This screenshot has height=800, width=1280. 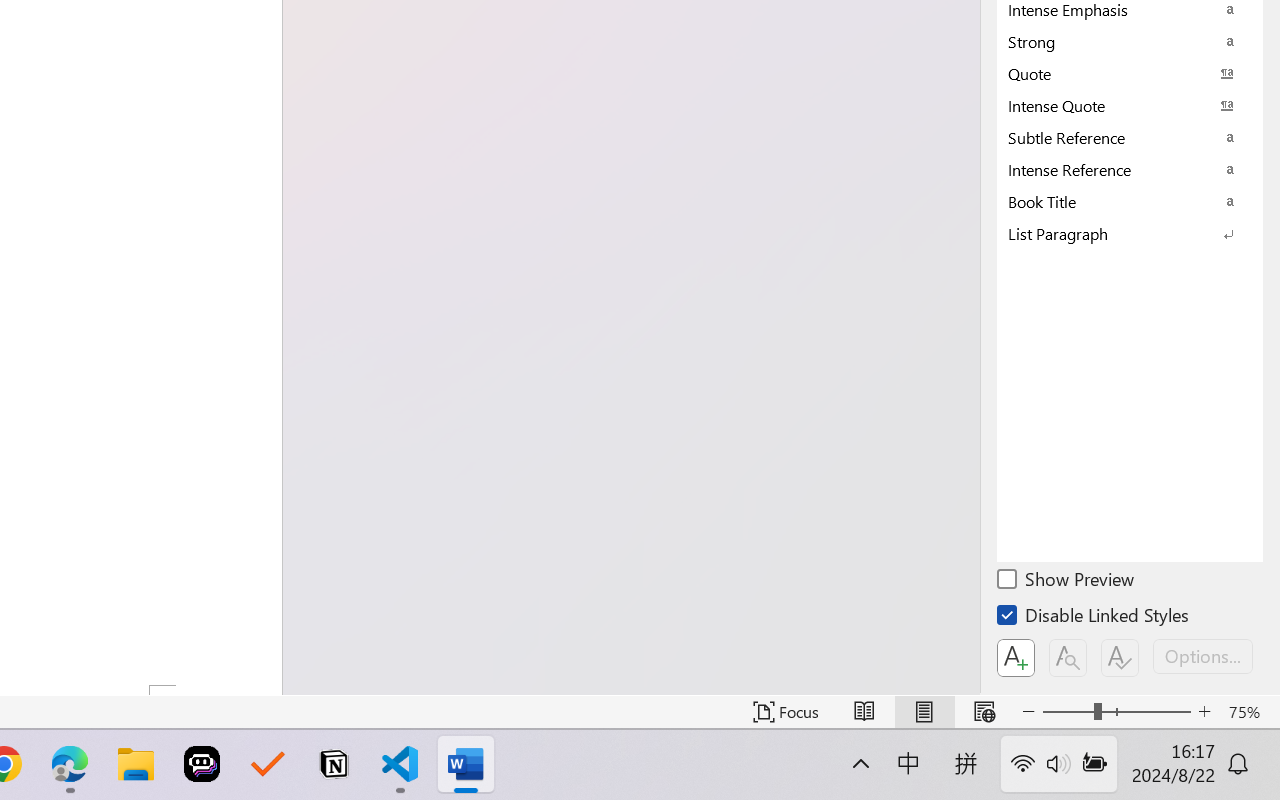 I want to click on 'Quote', so click(x=1130, y=73).